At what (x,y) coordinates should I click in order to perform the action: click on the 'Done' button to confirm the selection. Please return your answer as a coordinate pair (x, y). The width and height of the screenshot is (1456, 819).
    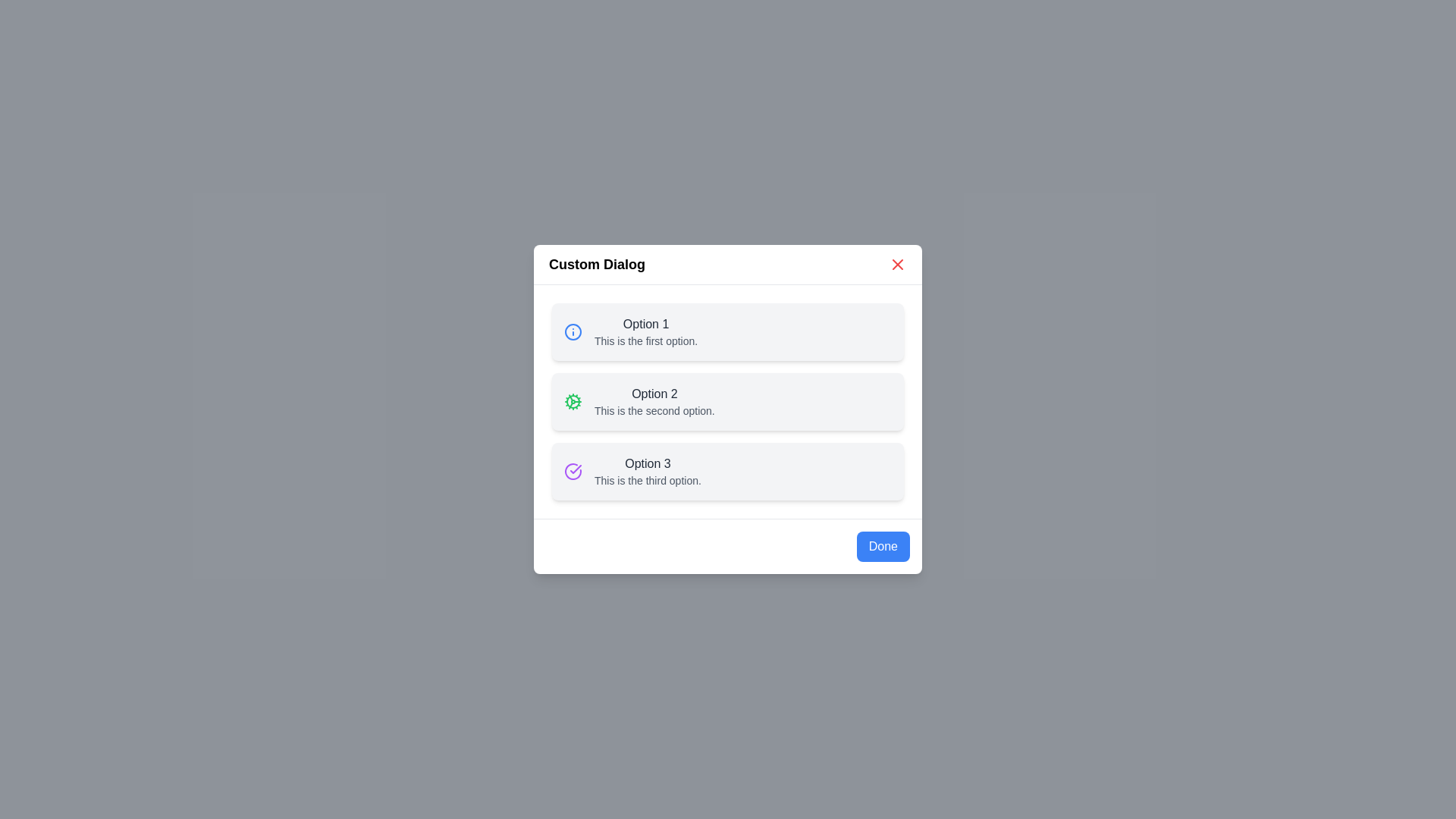
    Looking at the image, I should click on (883, 547).